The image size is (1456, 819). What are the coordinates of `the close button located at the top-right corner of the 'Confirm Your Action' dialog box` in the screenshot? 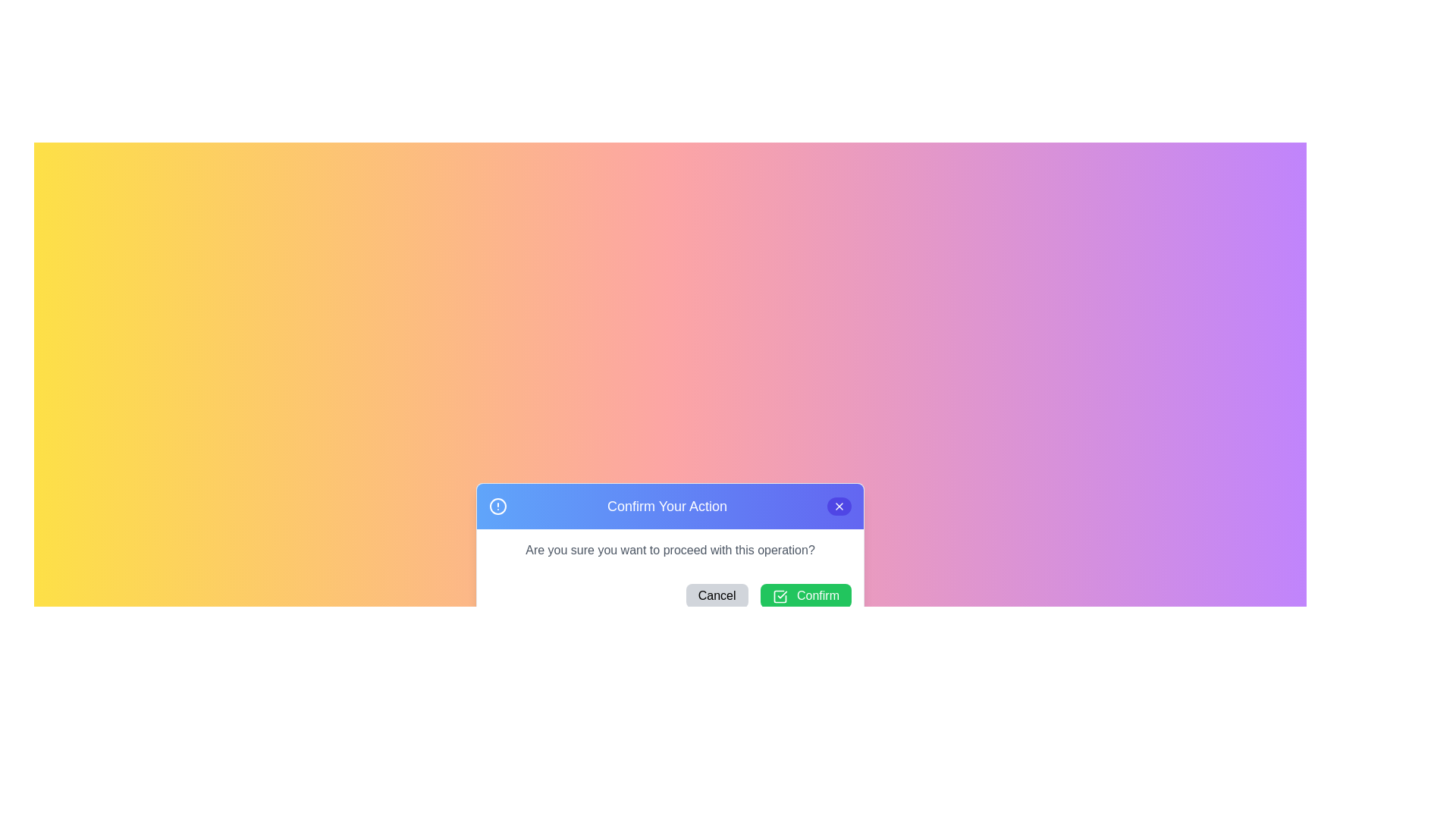 It's located at (839, 506).